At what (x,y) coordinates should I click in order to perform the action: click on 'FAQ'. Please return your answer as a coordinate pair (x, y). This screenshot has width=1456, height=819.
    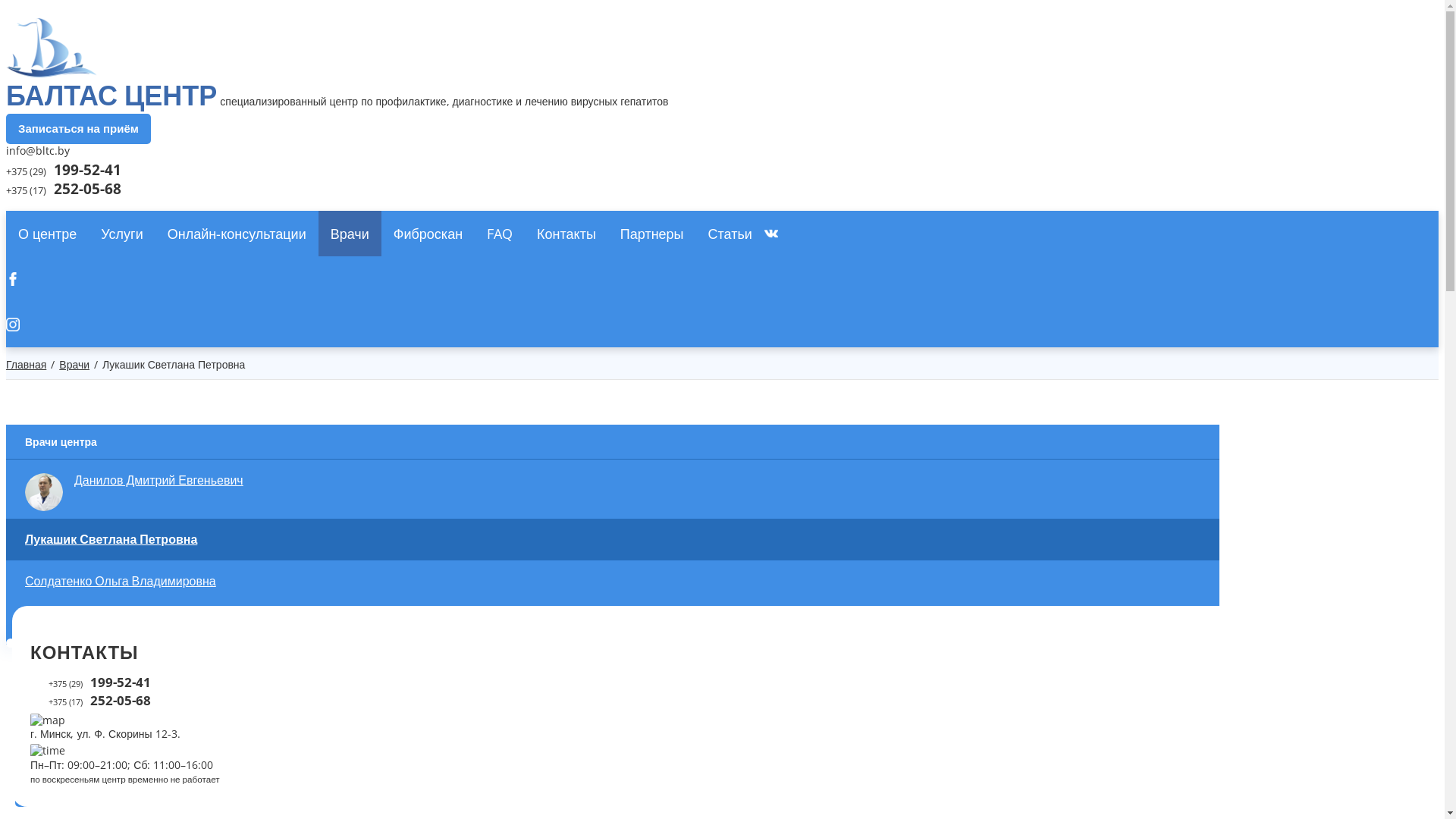
    Looking at the image, I should click on (499, 234).